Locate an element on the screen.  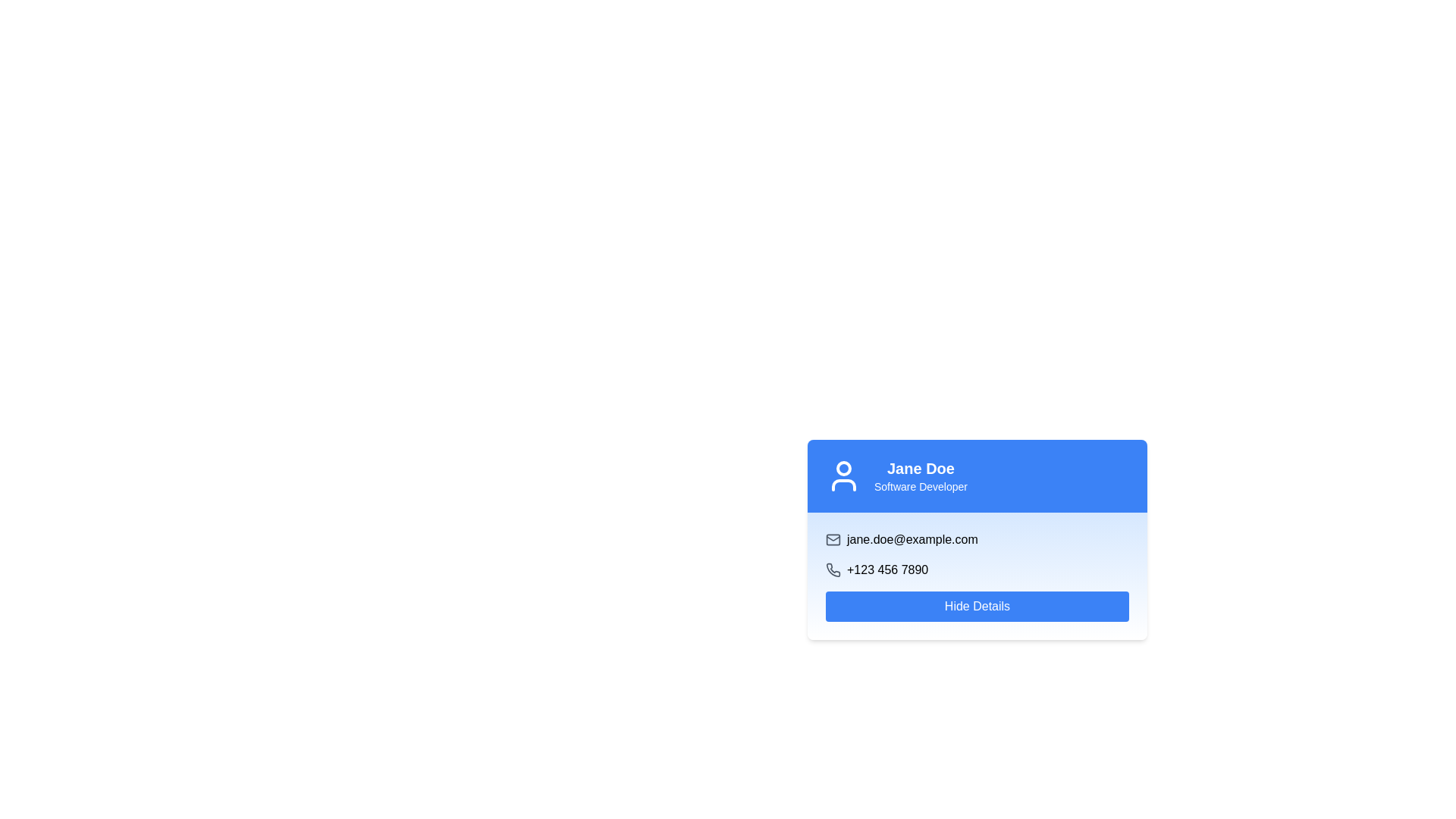
the phone number text element '+123 456 7890' located in the lower section of the user profile card, adjacent to the phone icon is located at coordinates (887, 570).